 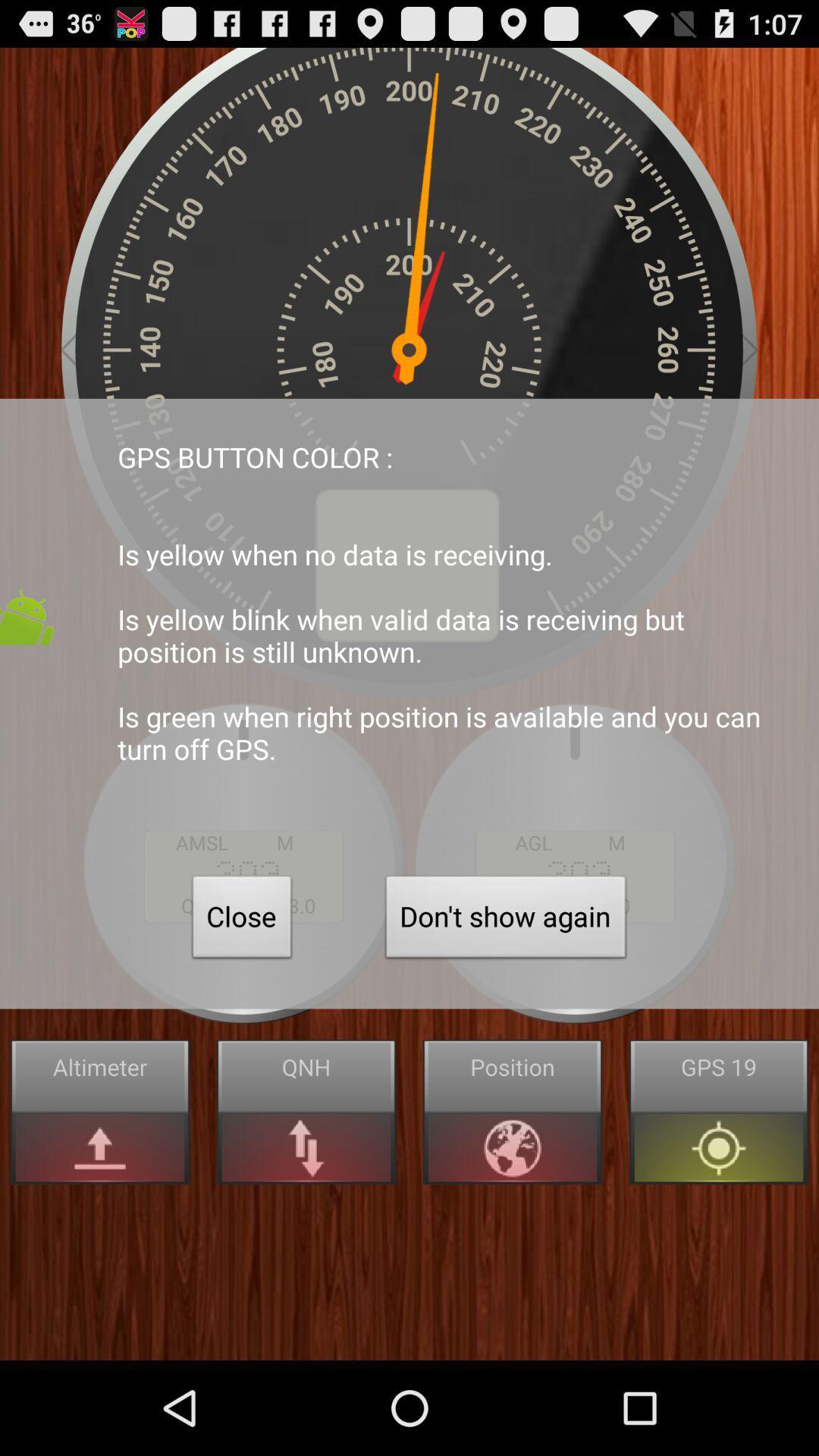 I want to click on the item to the right of the close icon, so click(x=506, y=920).